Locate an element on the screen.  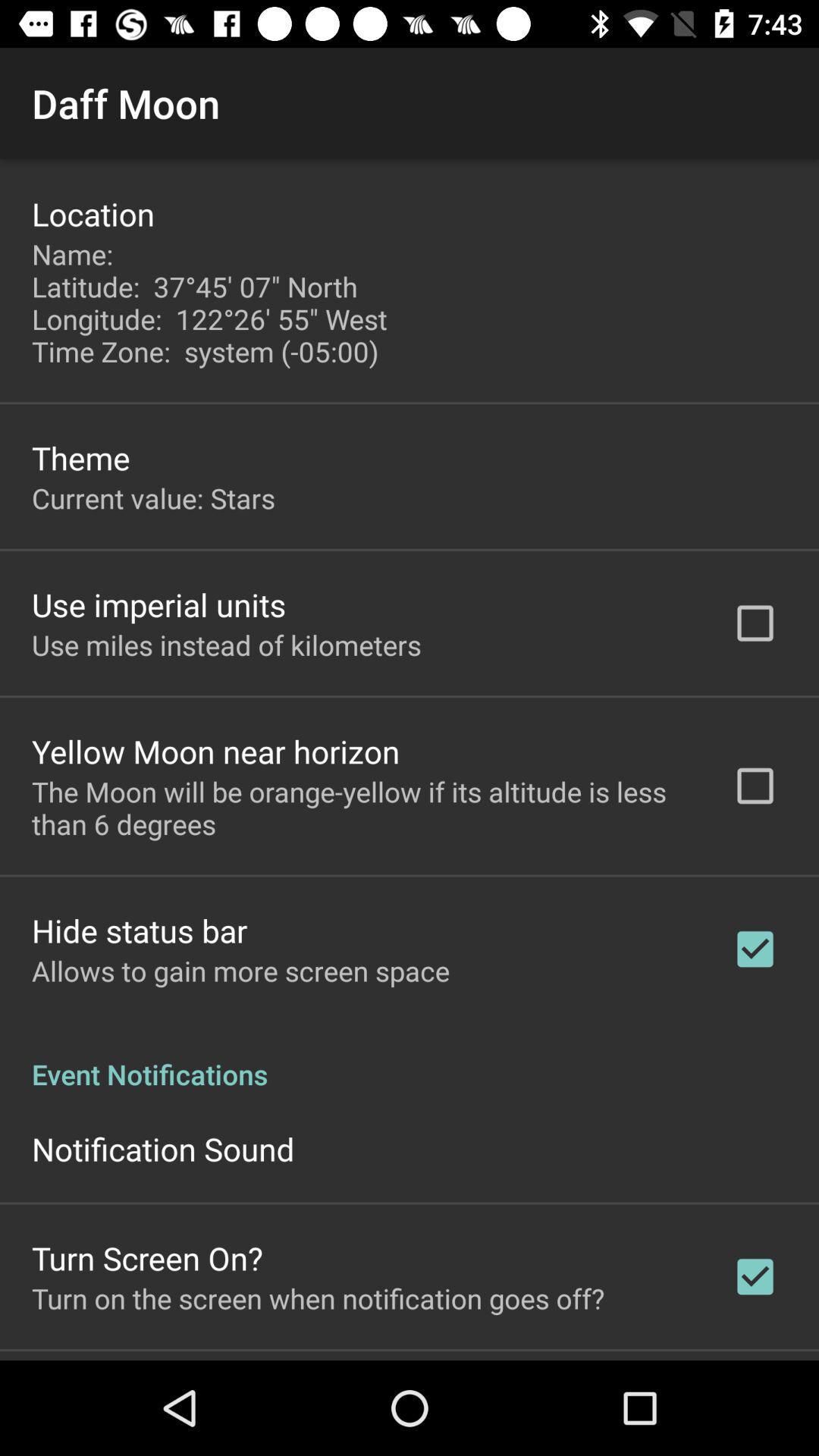
the theme is located at coordinates (80, 457).